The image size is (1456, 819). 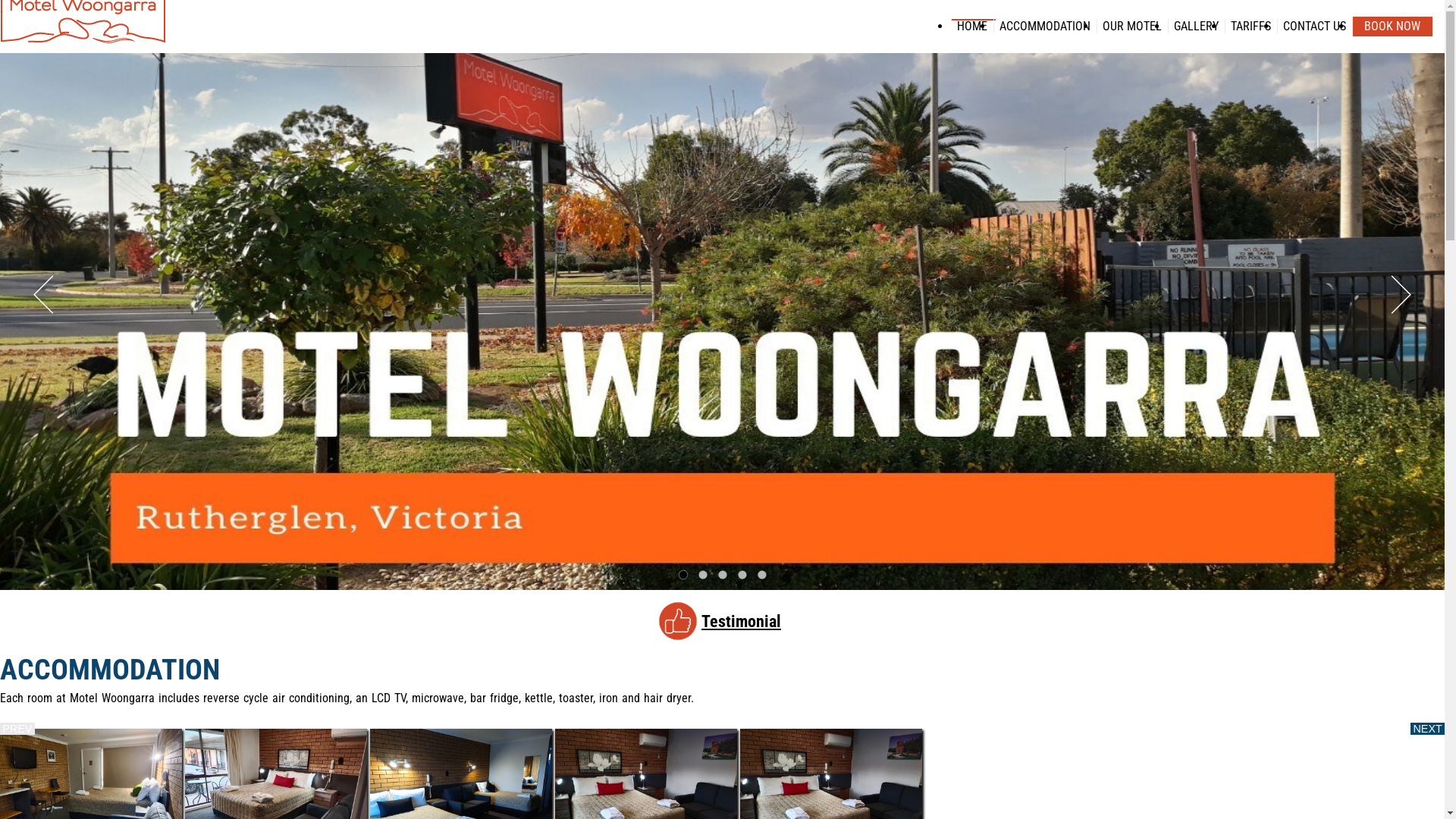 I want to click on 'OUR MOTEL', so click(x=1131, y=26).